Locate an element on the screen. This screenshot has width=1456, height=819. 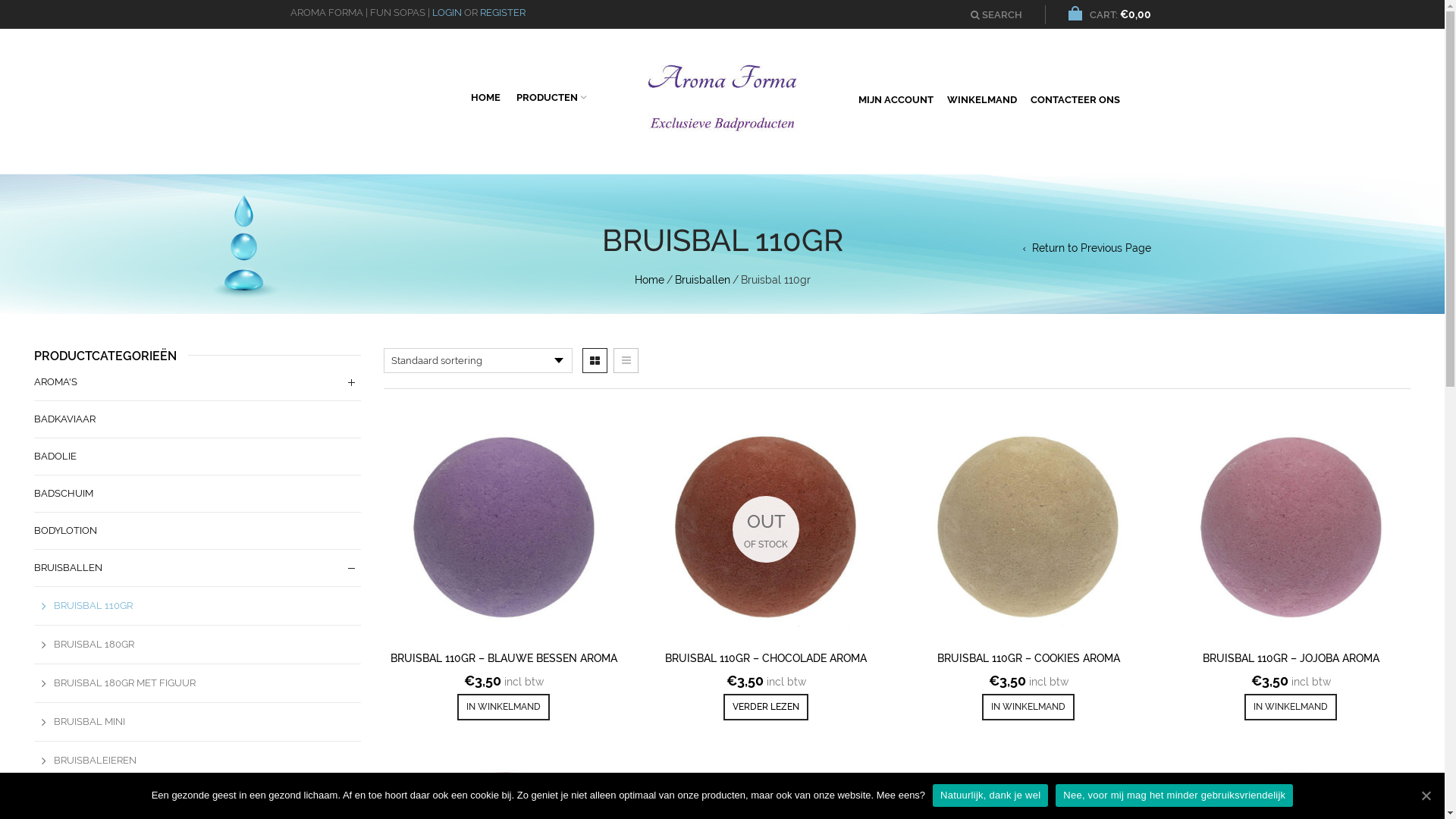
'Nee, voor mij mag het minder gebruiksvriendelijk' is located at coordinates (1173, 795).